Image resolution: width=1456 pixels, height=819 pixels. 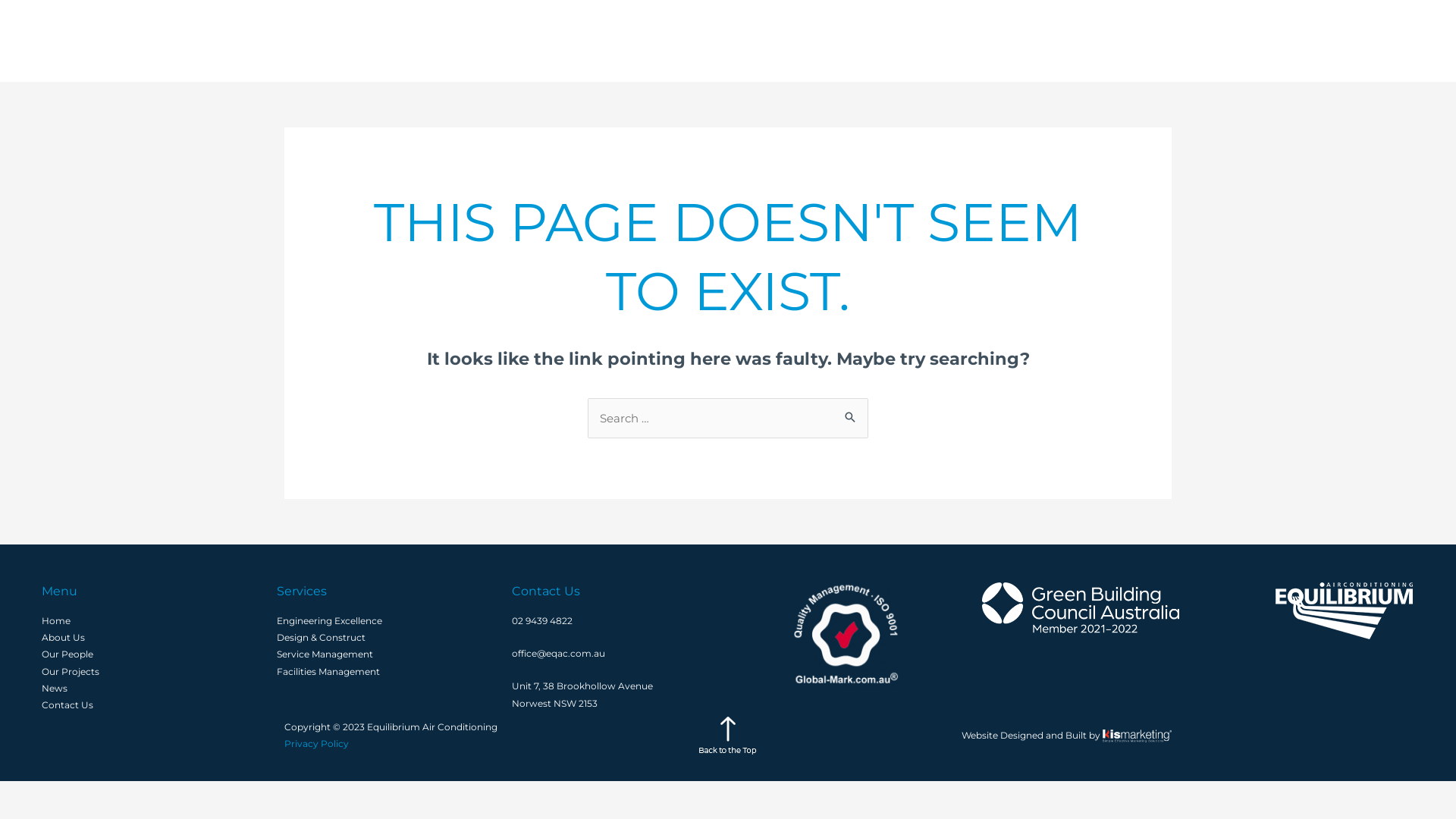 What do you see at coordinates (542, 620) in the screenshot?
I see `'02 9439 4822'` at bounding box center [542, 620].